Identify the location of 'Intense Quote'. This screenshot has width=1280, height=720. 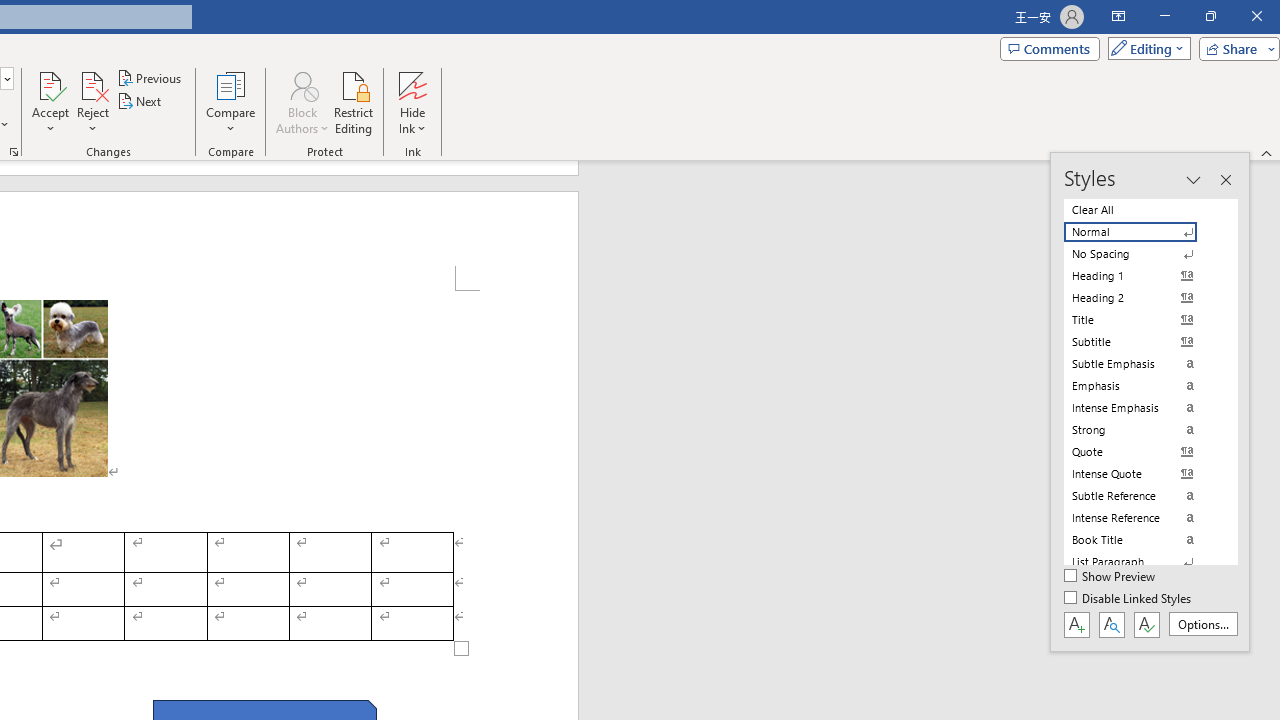
(1142, 474).